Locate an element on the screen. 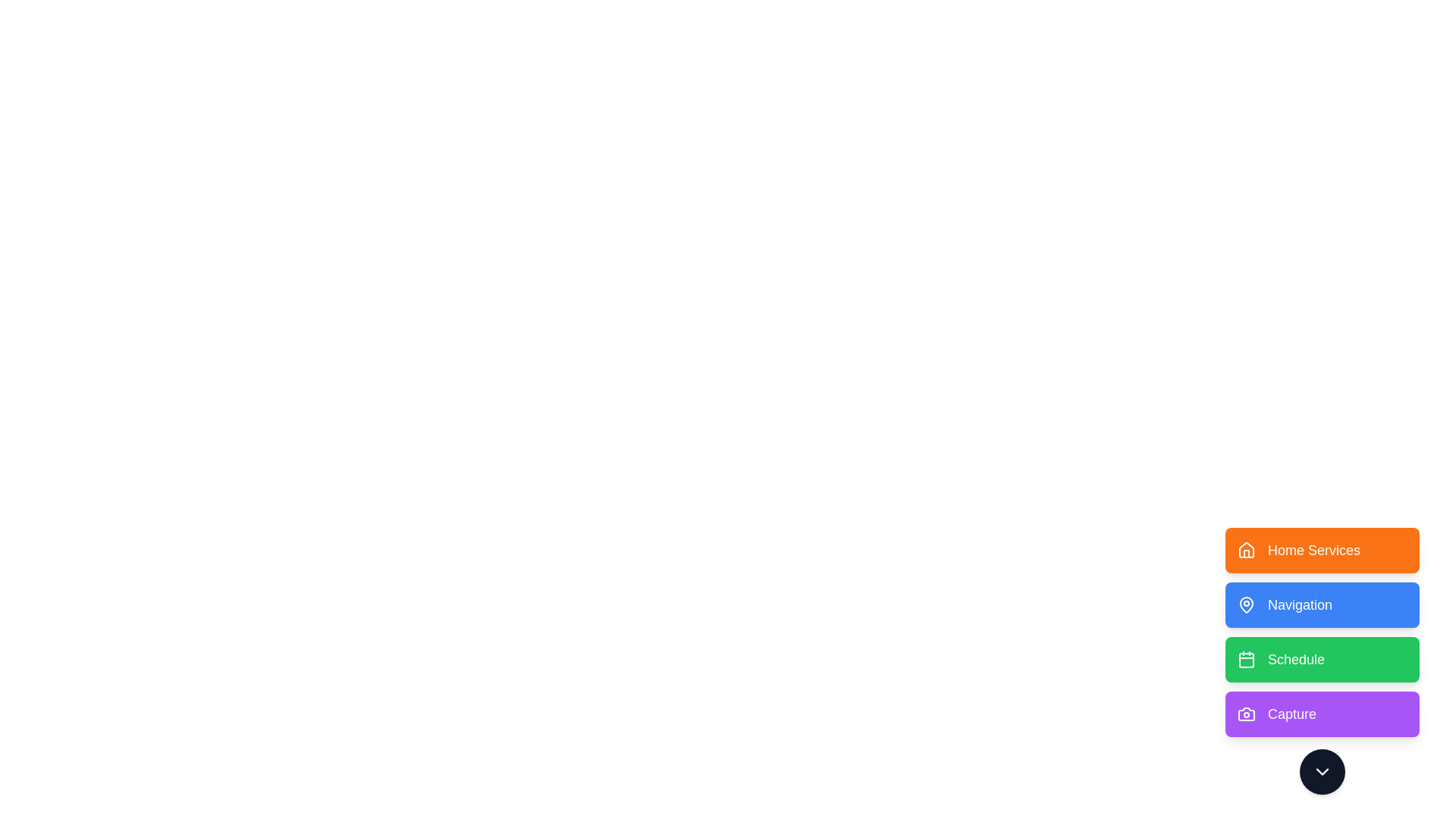 This screenshot has width=1456, height=819. the 'Schedule' button is located at coordinates (1321, 659).